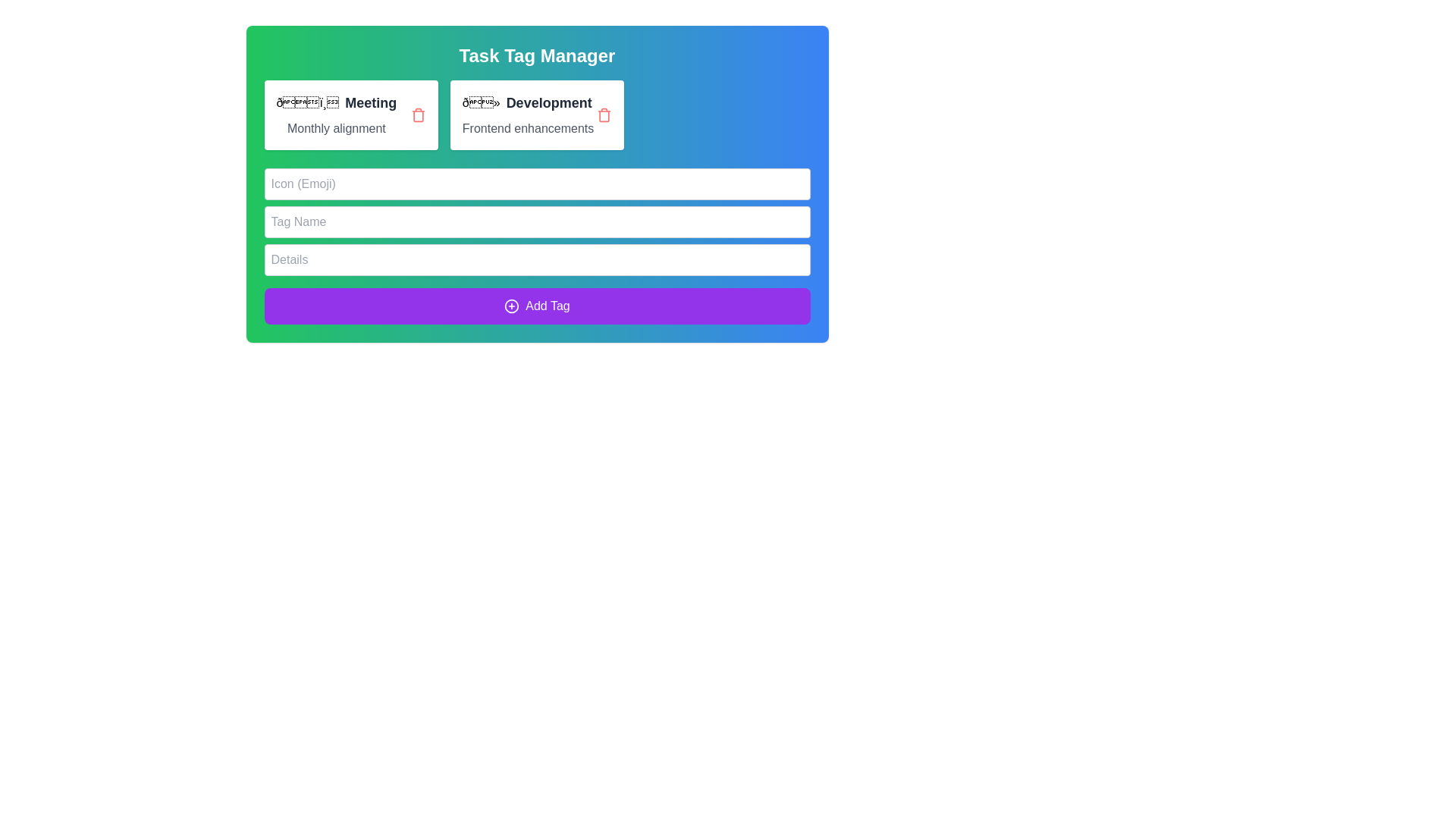  Describe the element at coordinates (335, 114) in the screenshot. I see `text of the Information display card labeled '📓 Meeting' which is the first card in a horizontal row near the top of the interface` at that location.